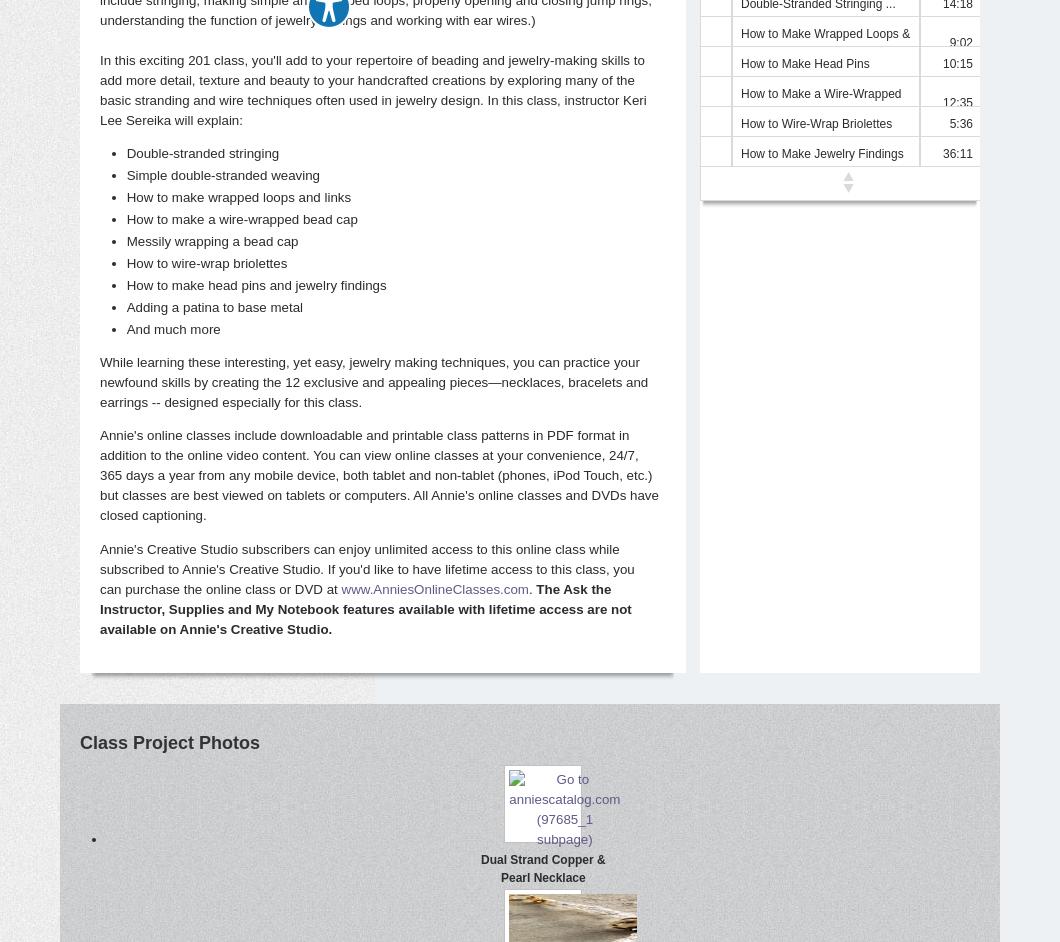 This screenshot has height=942, width=1060. Describe the element at coordinates (99, 382) in the screenshot. I see `'While learning these interesting, yet easy, jewelry making techniques, you can practice your newfound skills by creating the 12 exclusive and appealing pieces—necklaces, bracelets and earrings -- designed especially for this class.'` at that location.